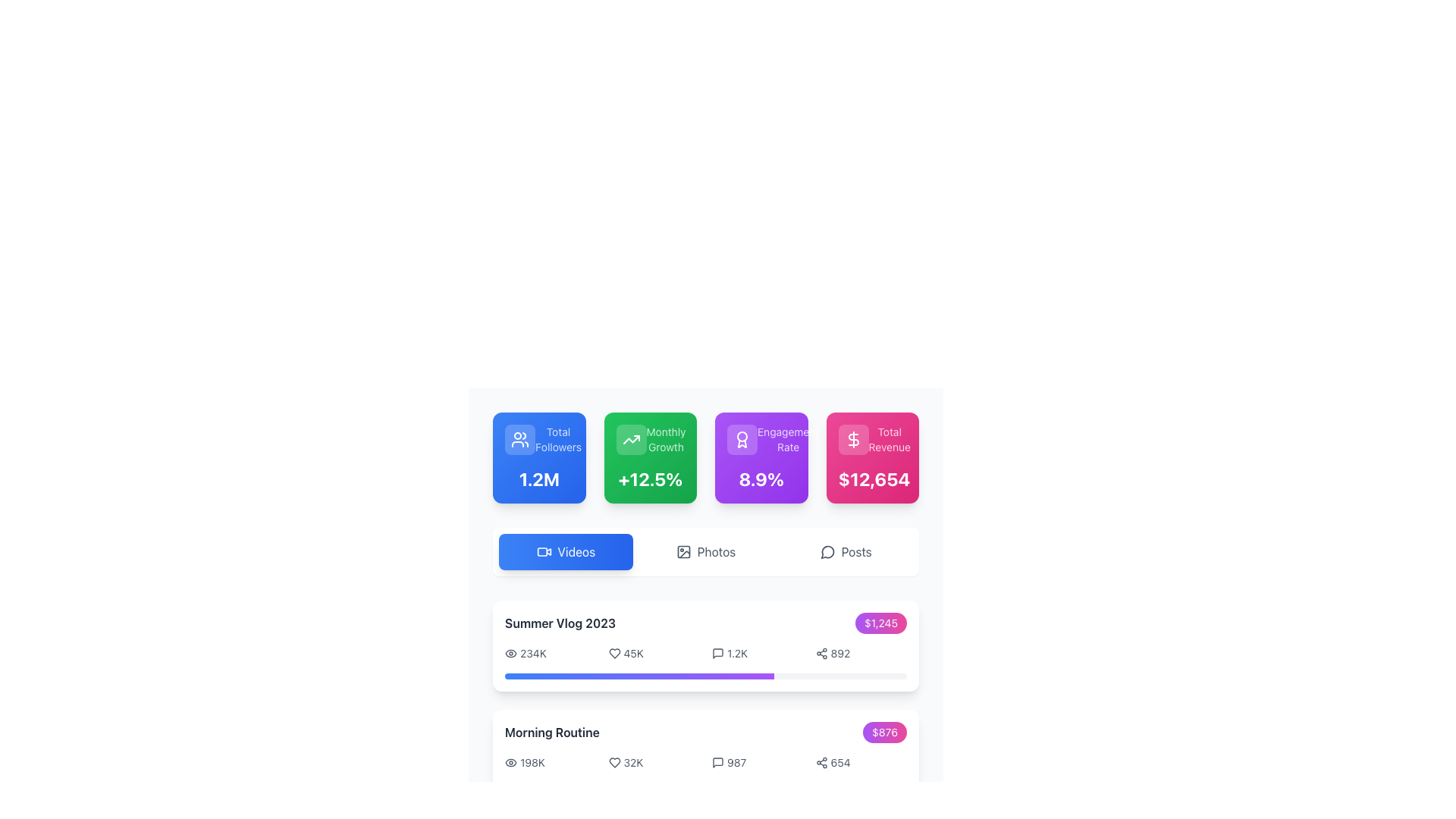  I want to click on the 'Videos' icon graphic, so click(542, 552).